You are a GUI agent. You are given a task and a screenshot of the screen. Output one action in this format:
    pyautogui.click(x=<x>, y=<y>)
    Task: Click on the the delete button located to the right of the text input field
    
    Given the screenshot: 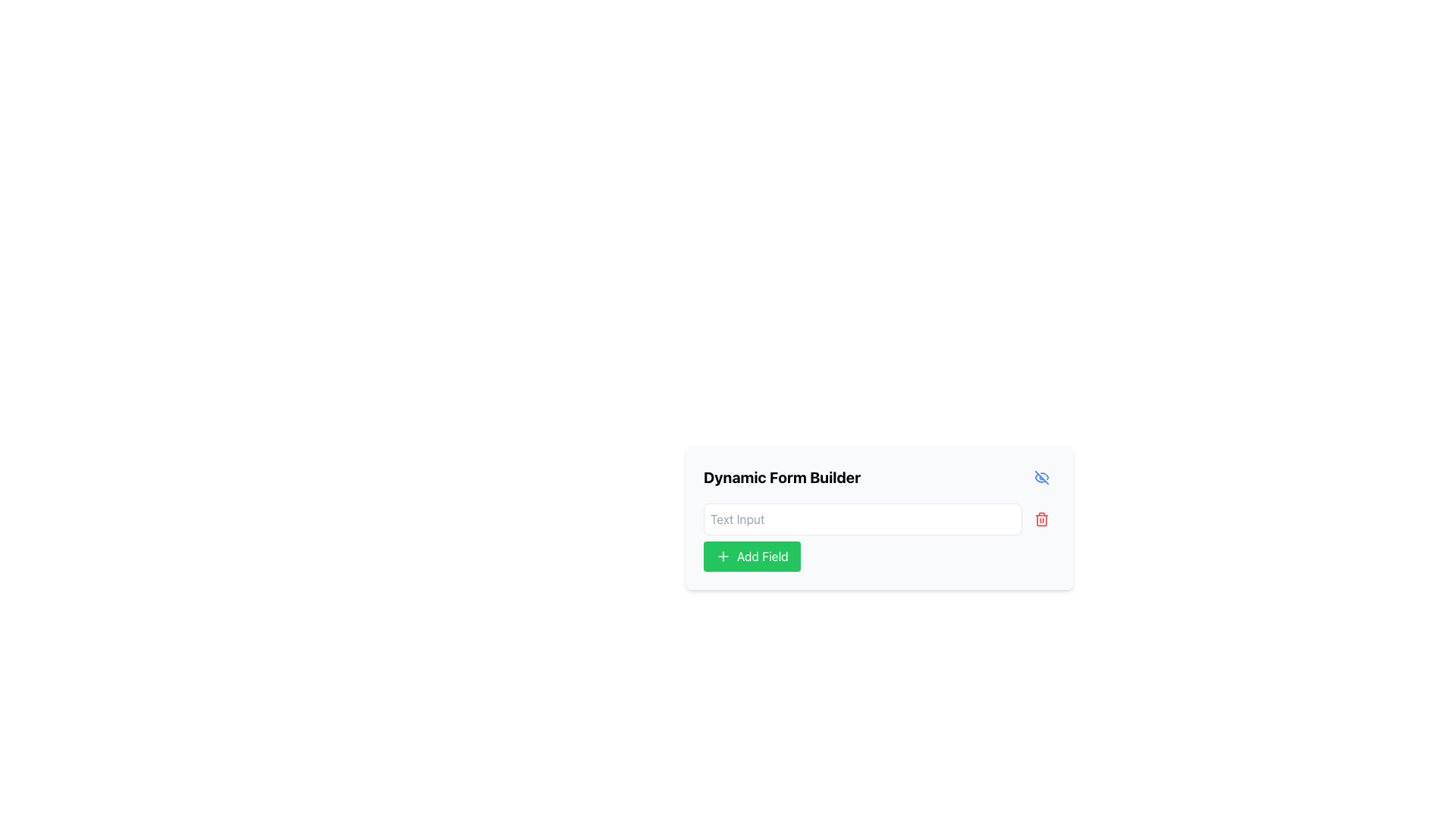 What is the action you would take?
    pyautogui.click(x=1040, y=519)
    